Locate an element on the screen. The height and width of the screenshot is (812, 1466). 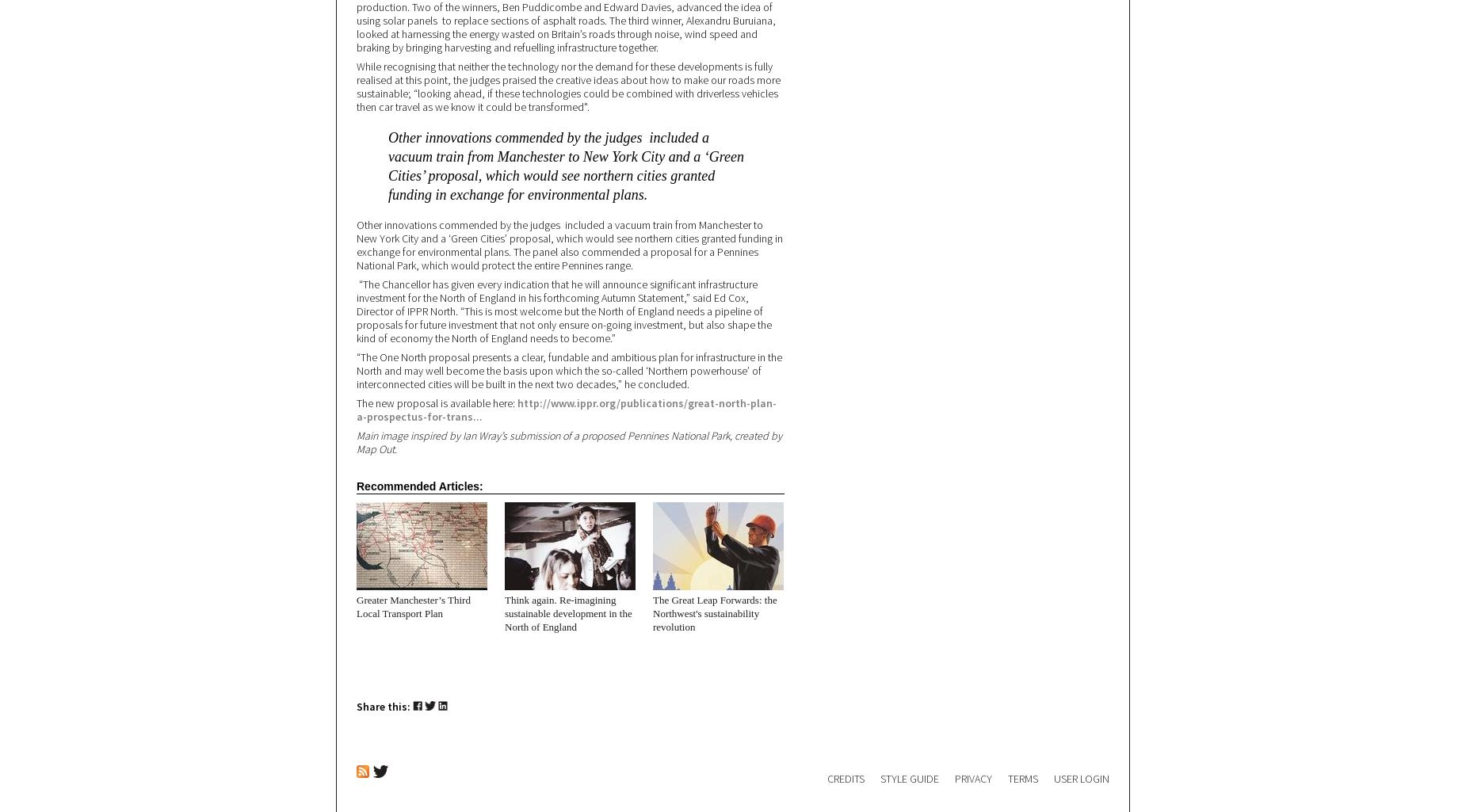
'Main image inspired by Ian Wray’s submission of a proposed Pennines National Park, created by Map Out.' is located at coordinates (569, 441).